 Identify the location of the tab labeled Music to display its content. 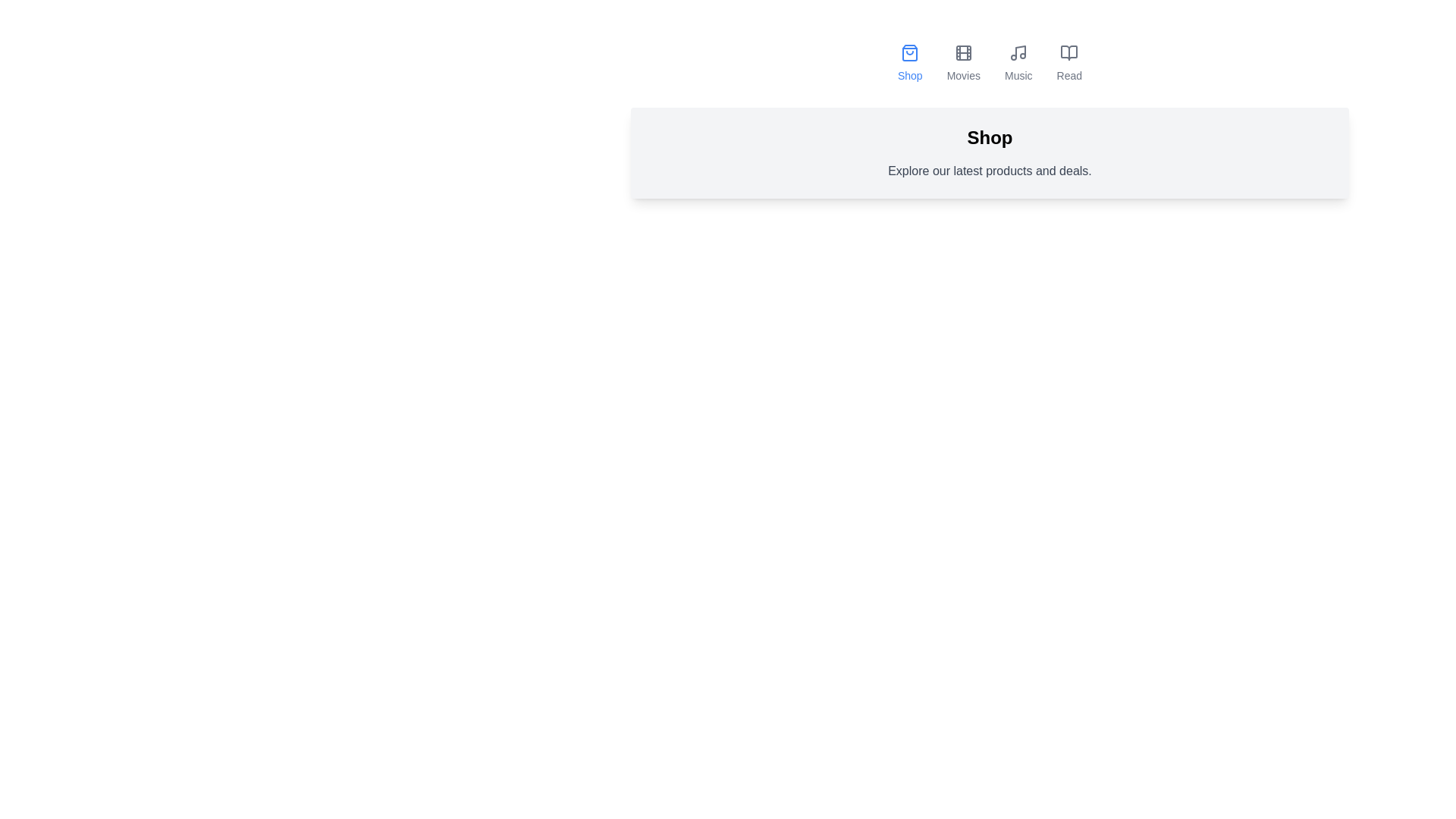
(1018, 63).